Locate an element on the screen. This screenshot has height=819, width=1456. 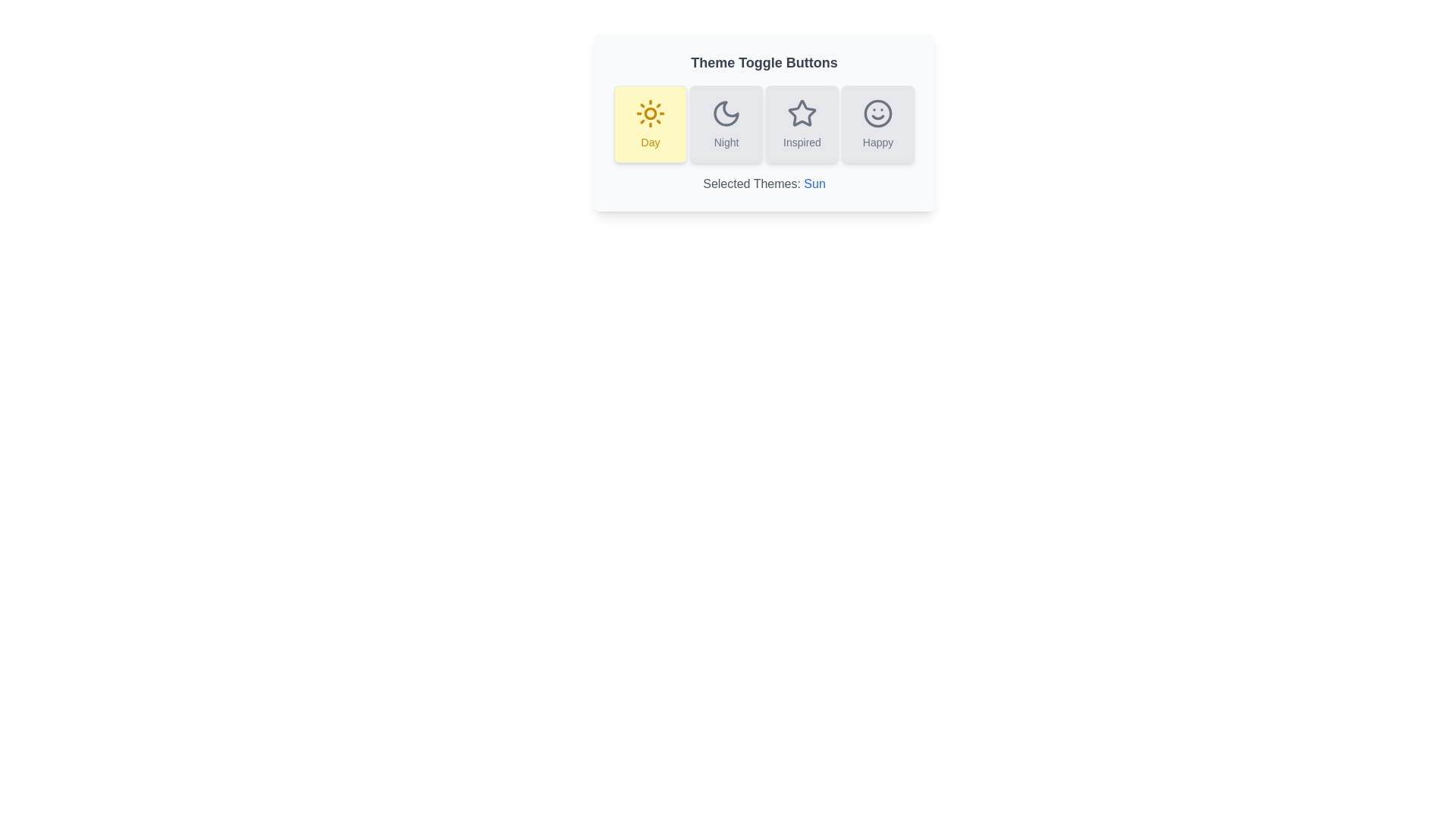
the 'Night' mode toggle button is located at coordinates (726, 124).